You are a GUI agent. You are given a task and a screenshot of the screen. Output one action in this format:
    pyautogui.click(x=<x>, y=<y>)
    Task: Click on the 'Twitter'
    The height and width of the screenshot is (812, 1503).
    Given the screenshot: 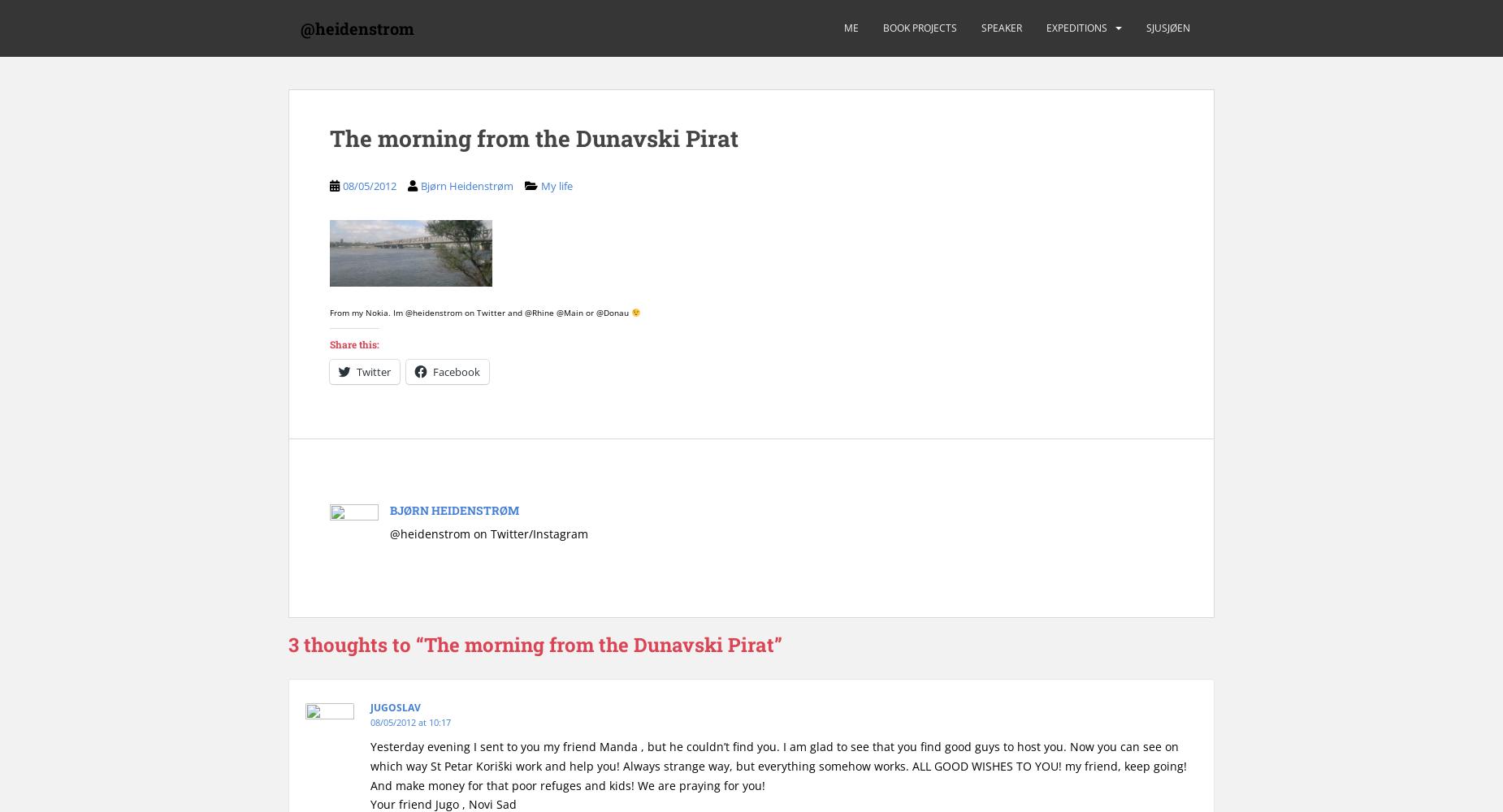 What is the action you would take?
    pyautogui.click(x=372, y=370)
    